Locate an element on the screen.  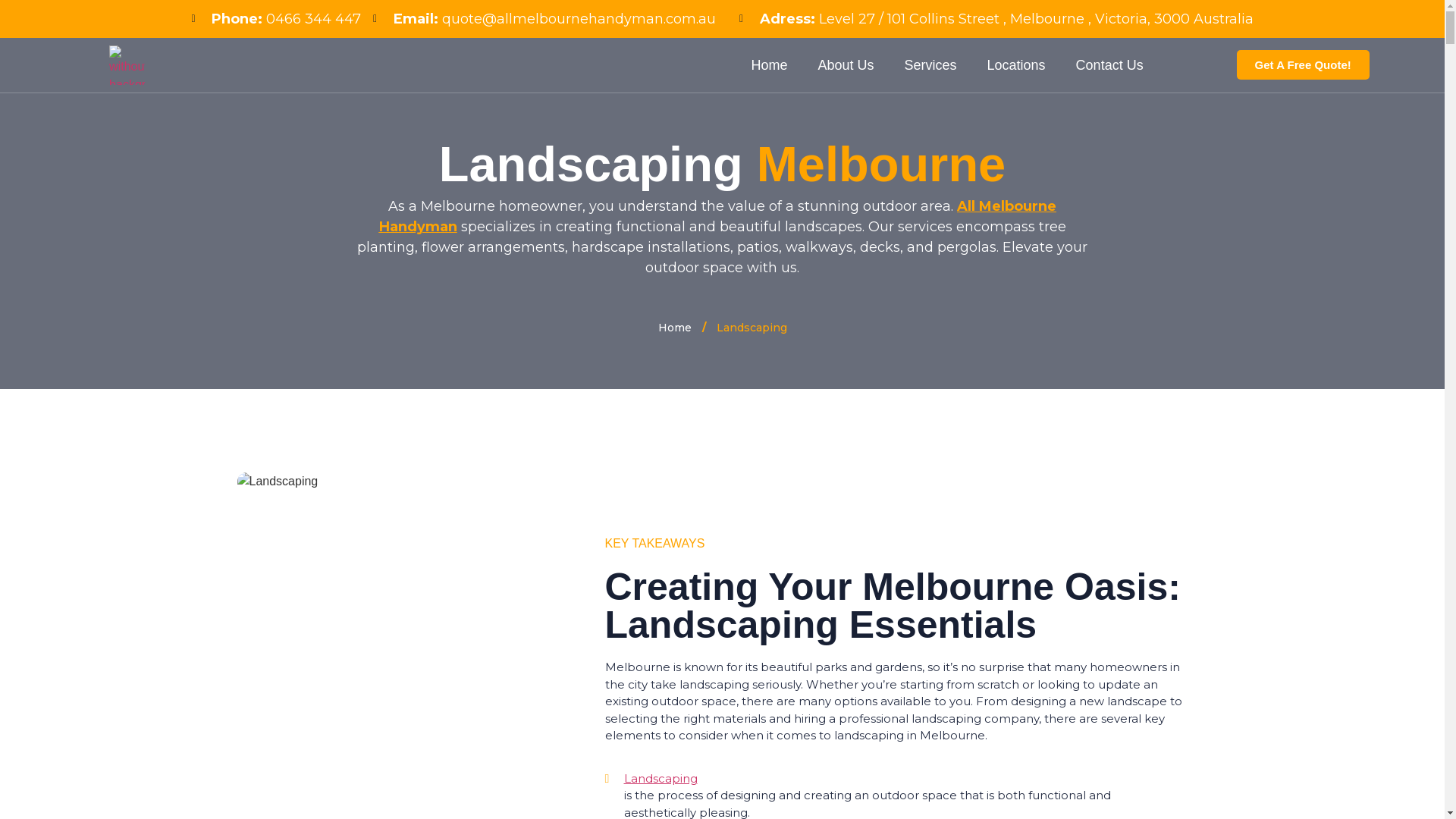
'Phone: 0466 344 447' is located at coordinates (276, 19).